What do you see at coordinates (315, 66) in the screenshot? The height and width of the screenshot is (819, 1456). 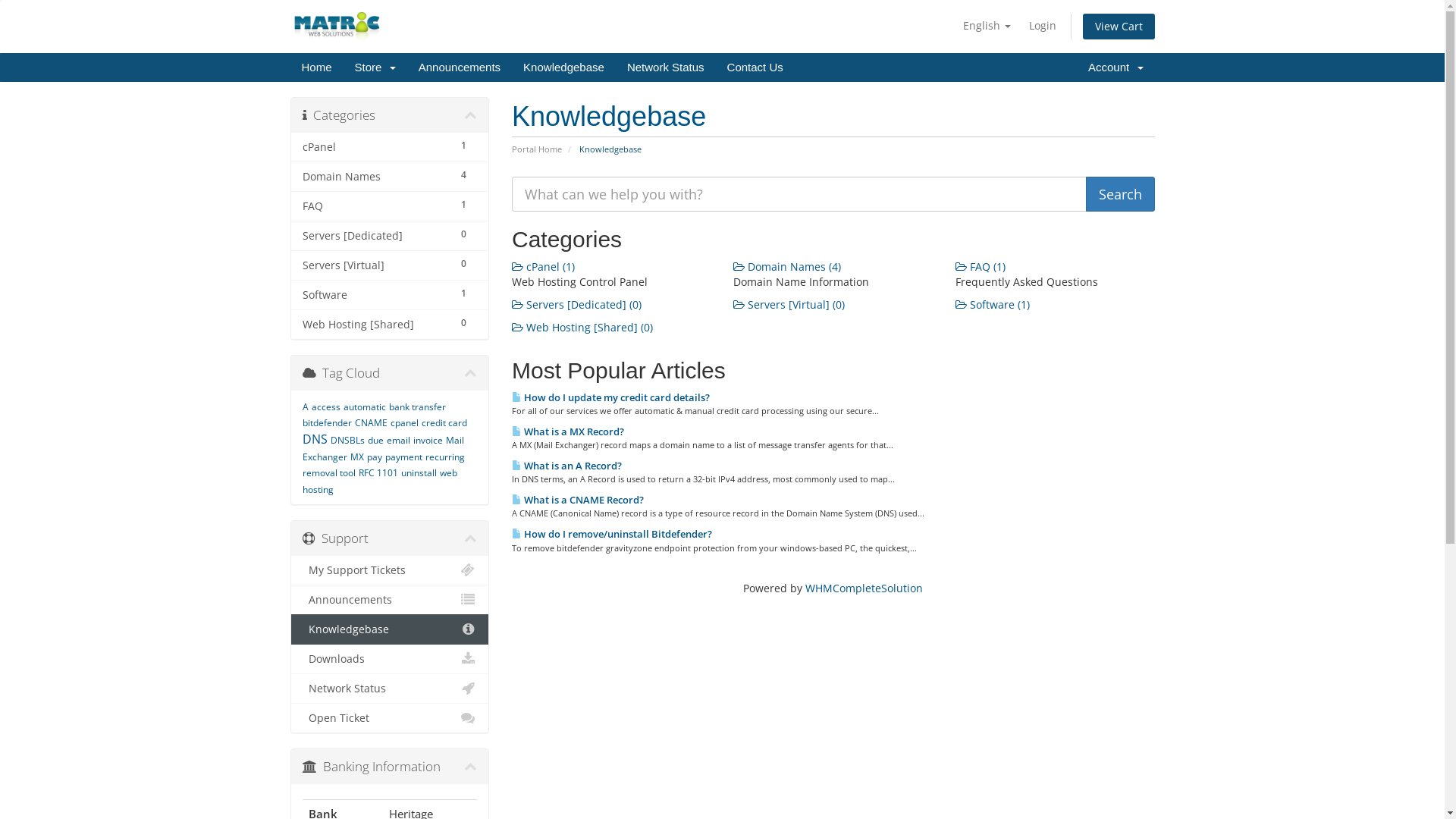 I see `'Home'` at bounding box center [315, 66].